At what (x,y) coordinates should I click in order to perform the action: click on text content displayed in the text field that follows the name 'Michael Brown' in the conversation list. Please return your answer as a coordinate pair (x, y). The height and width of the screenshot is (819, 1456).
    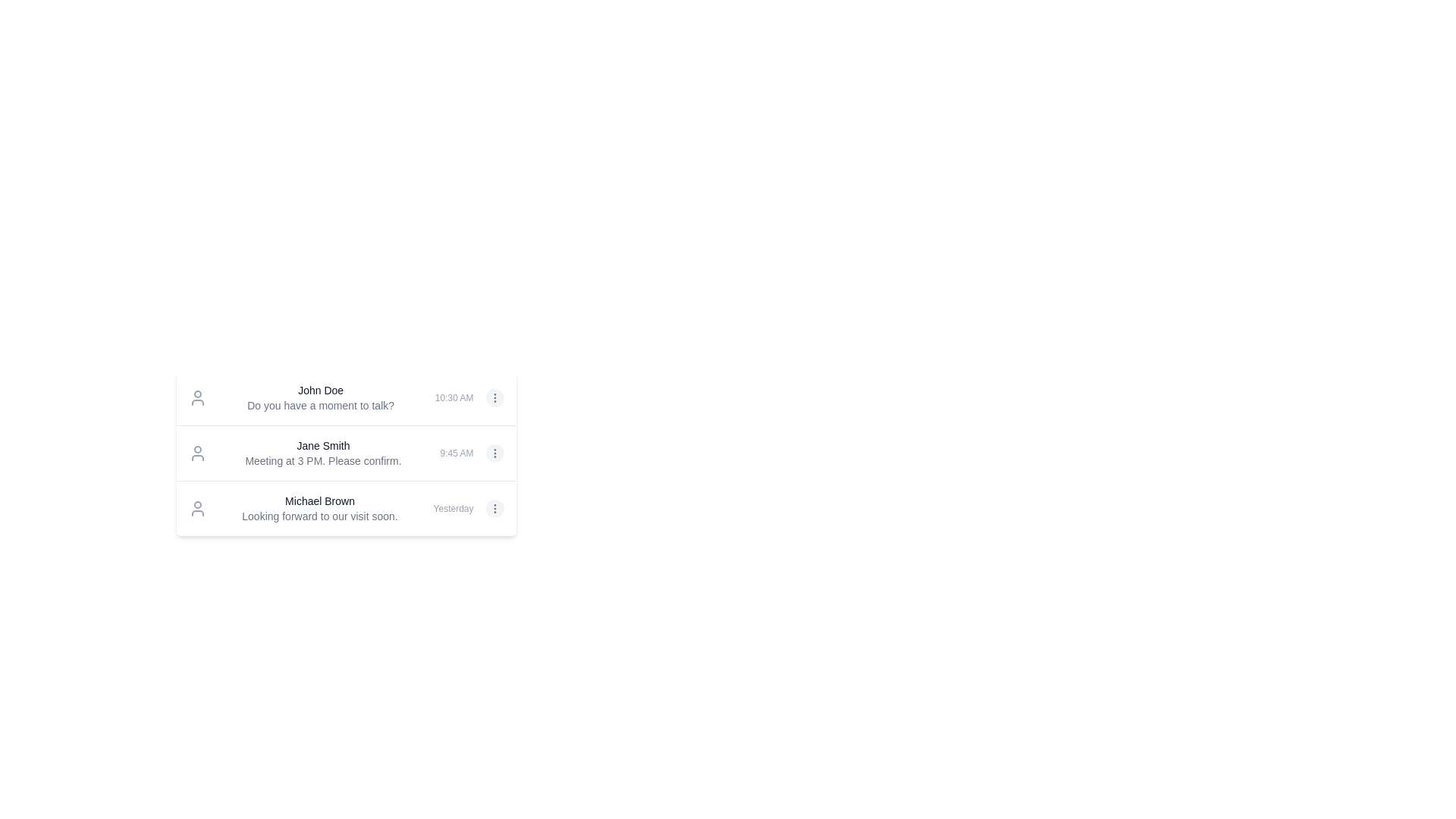
    Looking at the image, I should click on (319, 516).